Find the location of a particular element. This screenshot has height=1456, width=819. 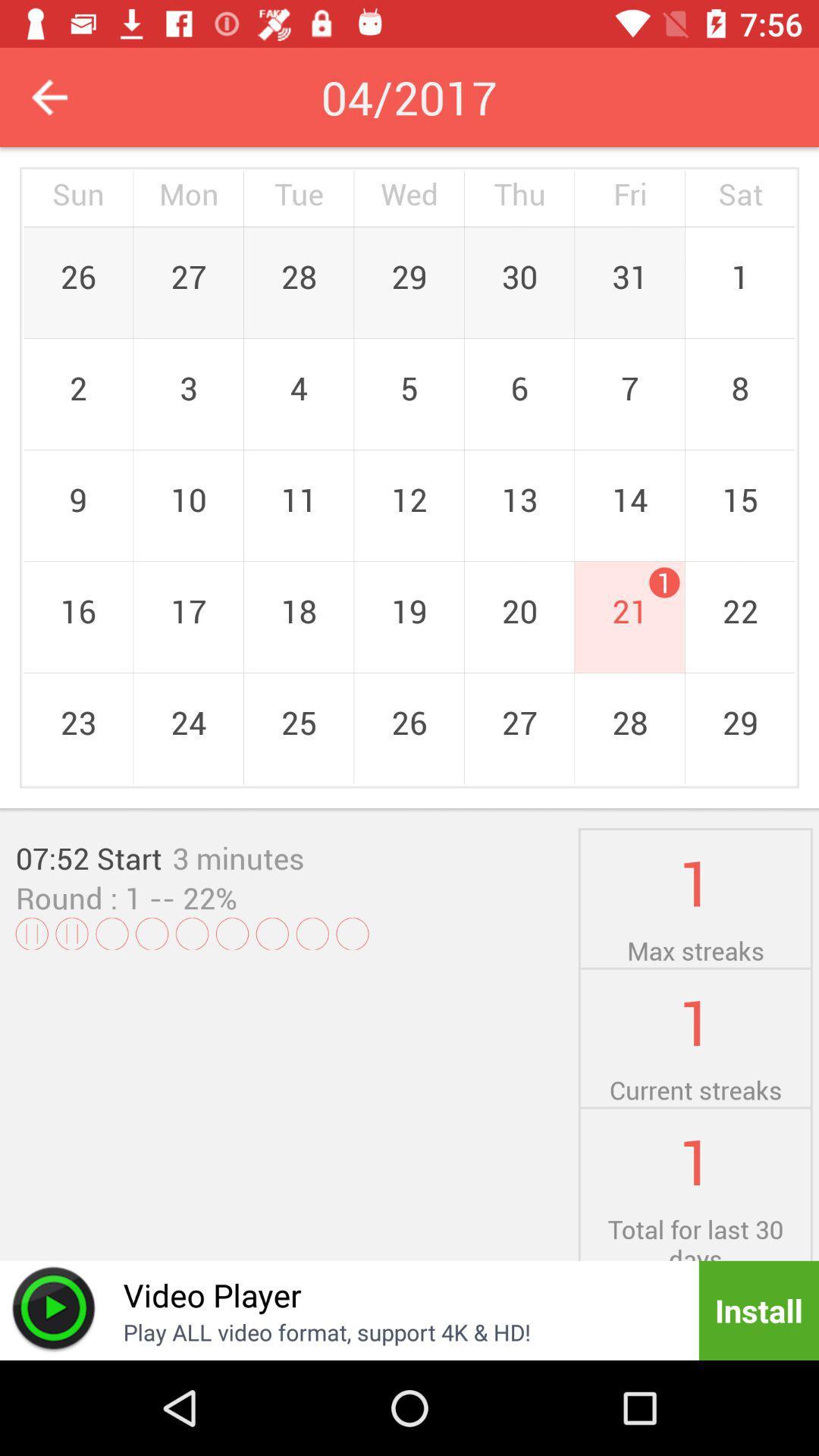

the item next to 1 is located at coordinates (188, 898).